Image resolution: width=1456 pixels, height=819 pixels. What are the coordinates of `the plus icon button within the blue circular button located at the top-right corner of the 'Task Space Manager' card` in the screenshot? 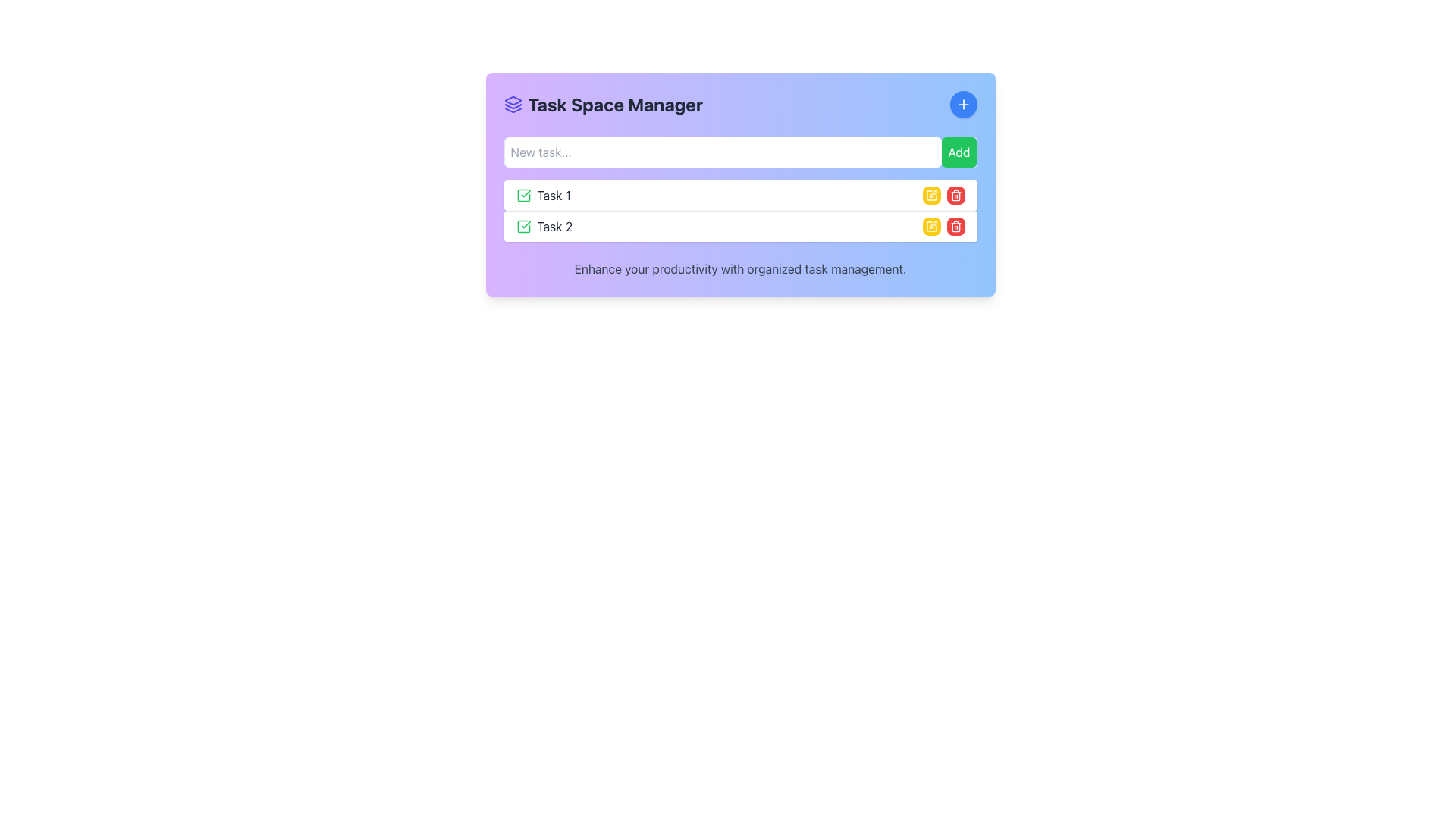 It's located at (962, 104).